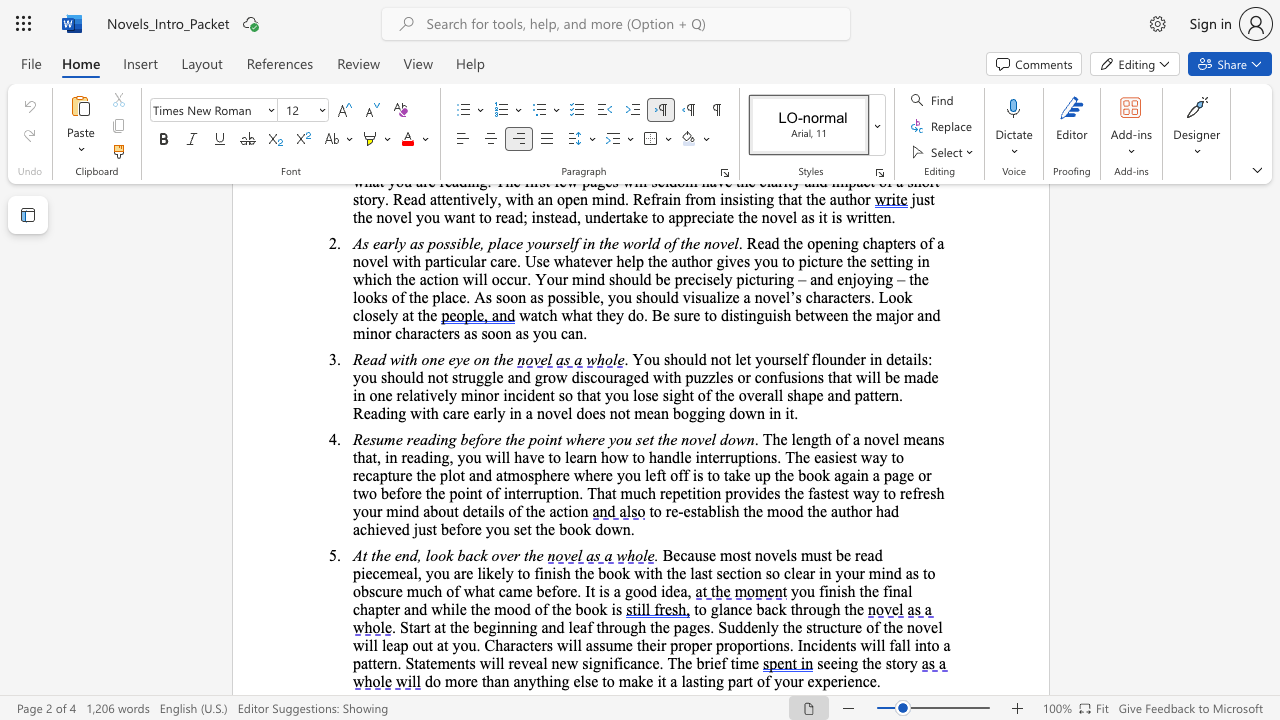 The height and width of the screenshot is (720, 1280). What do you see at coordinates (506, 608) in the screenshot?
I see `the subset text "ood of the book" within the text "and while the mood of the book is"` at bounding box center [506, 608].